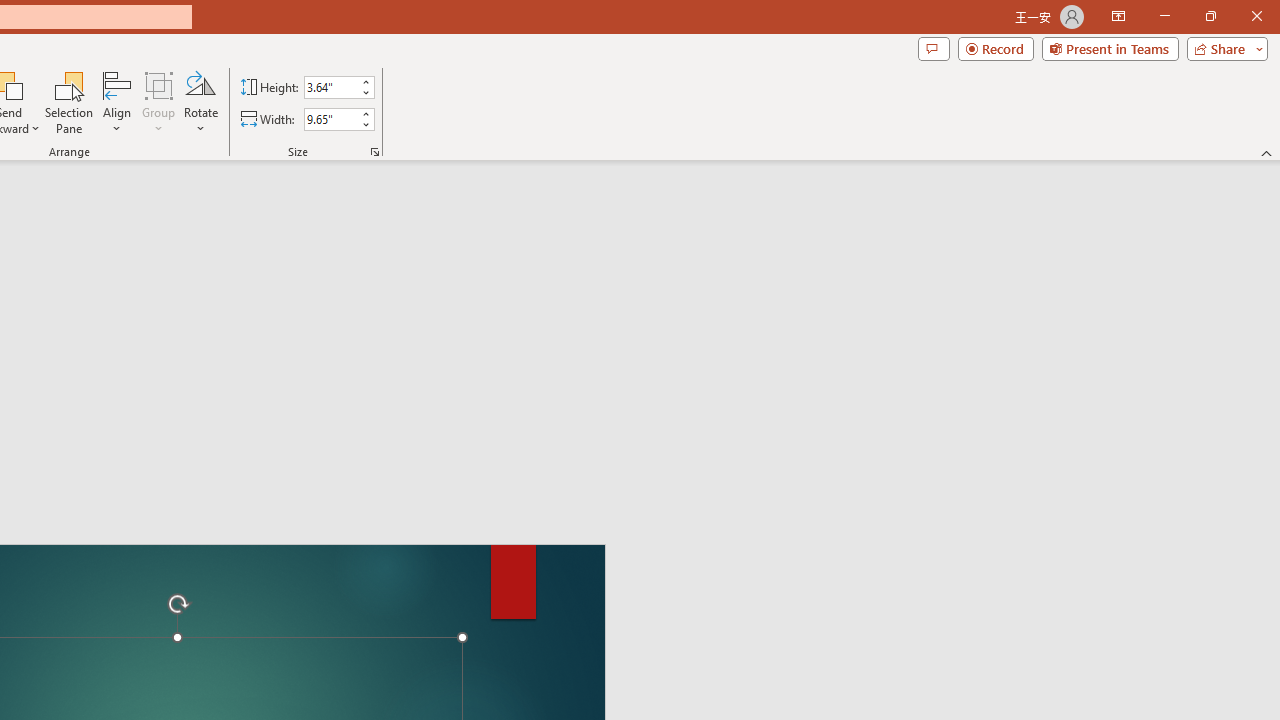 The width and height of the screenshot is (1280, 720). Describe the element at coordinates (158, 103) in the screenshot. I see `'Group'` at that location.